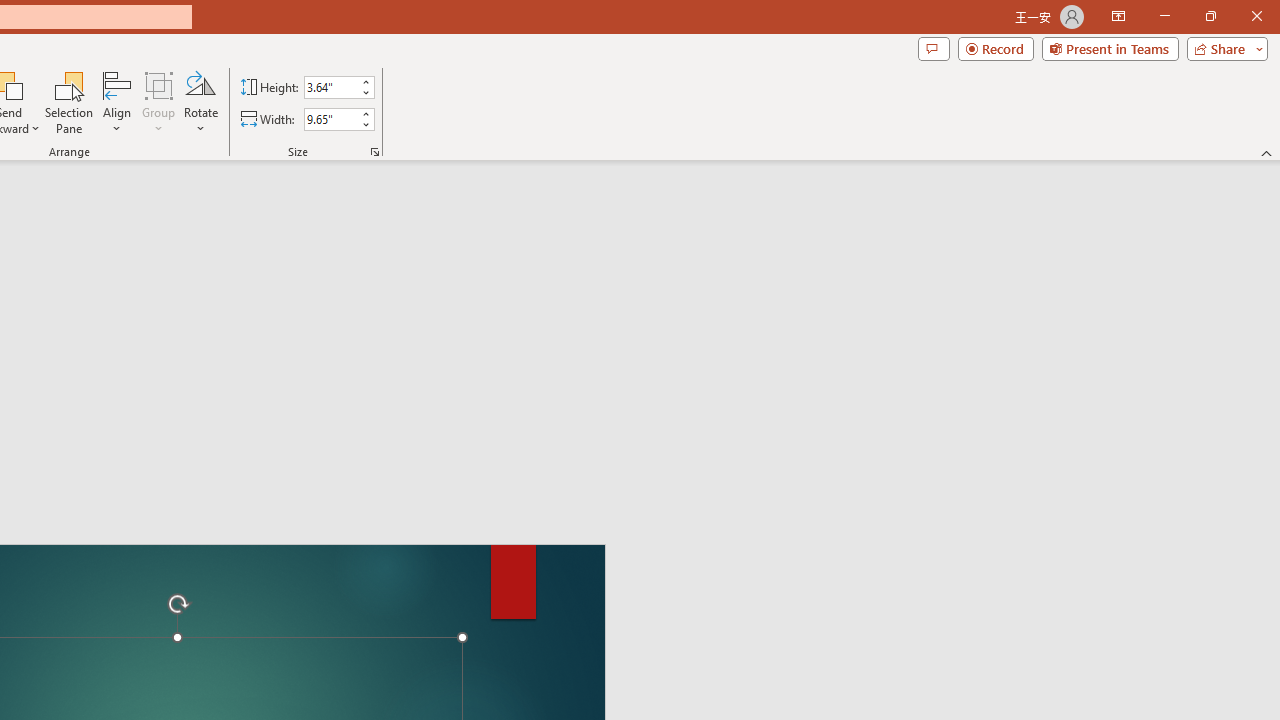 The width and height of the screenshot is (1280, 720). Describe the element at coordinates (158, 103) in the screenshot. I see `'Group'` at that location.